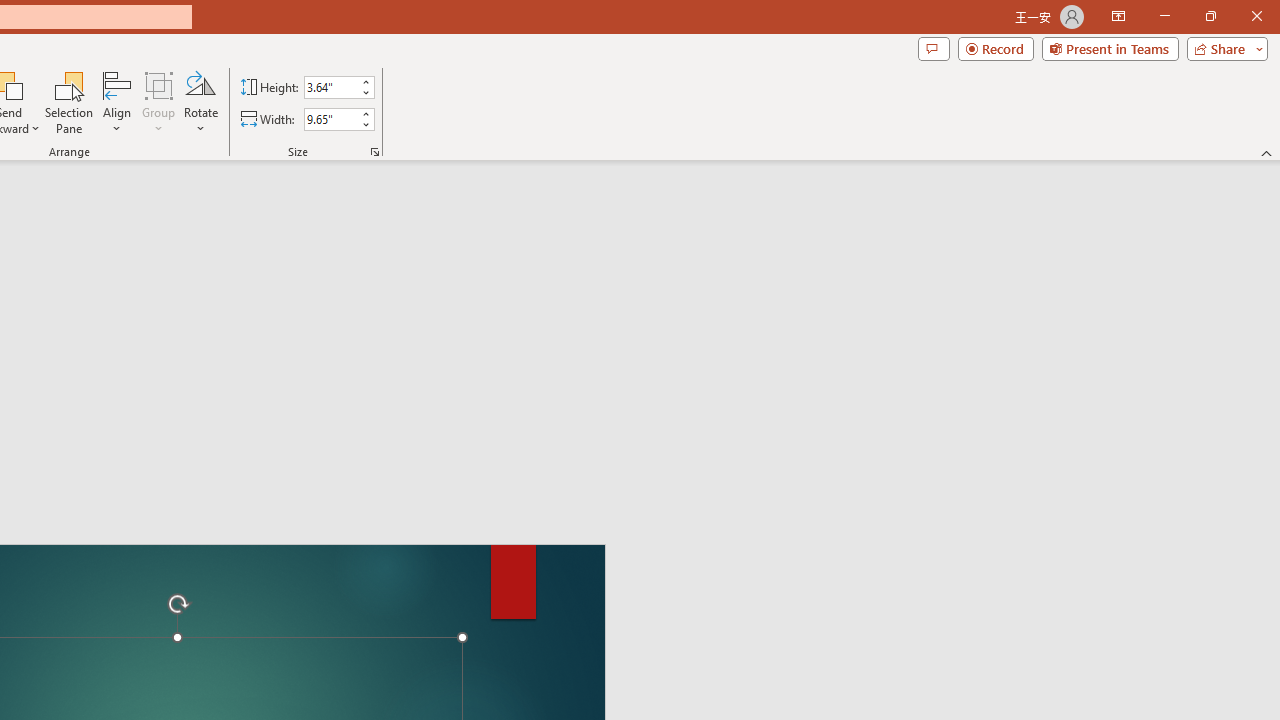 The width and height of the screenshot is (1280, 720). Describe the element at coordinates (158, 103) in the screenshot. I see `'Group'` at that location.